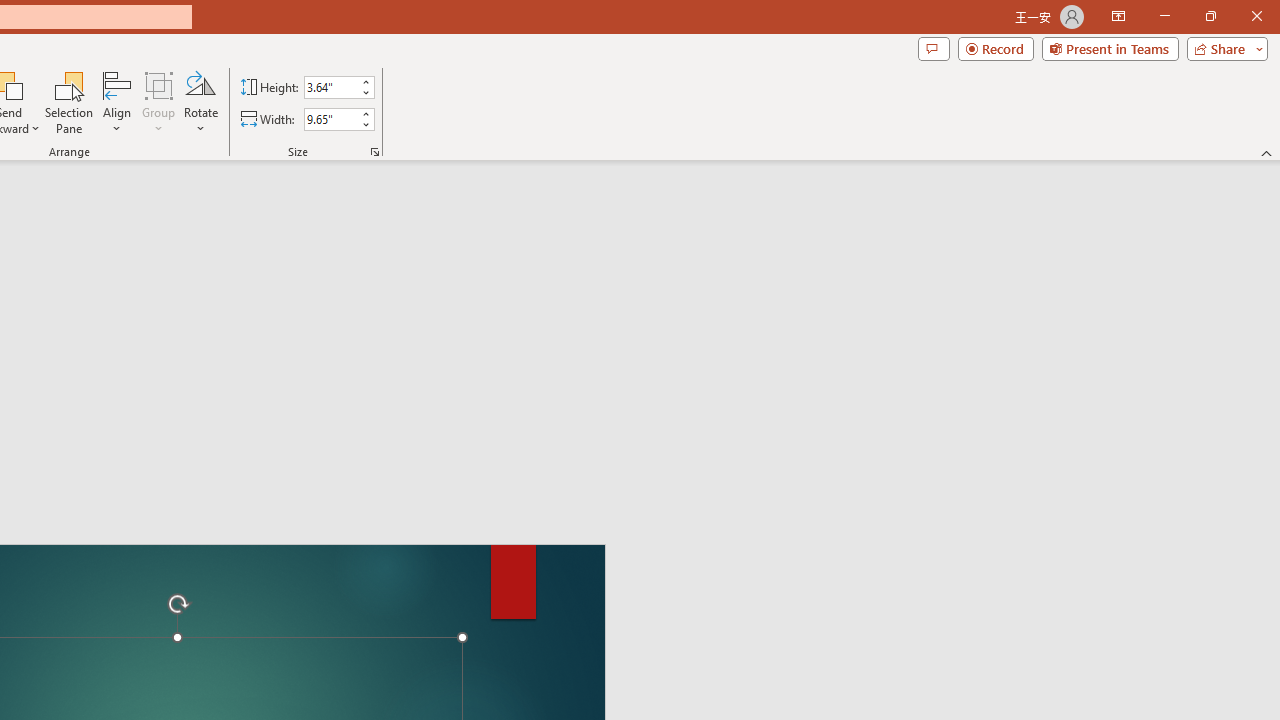 The width and height of the screenshot is (1280, 720). Describe the element at coordinates (158, 103) in the screenshot. I see `'Group'` at that location.